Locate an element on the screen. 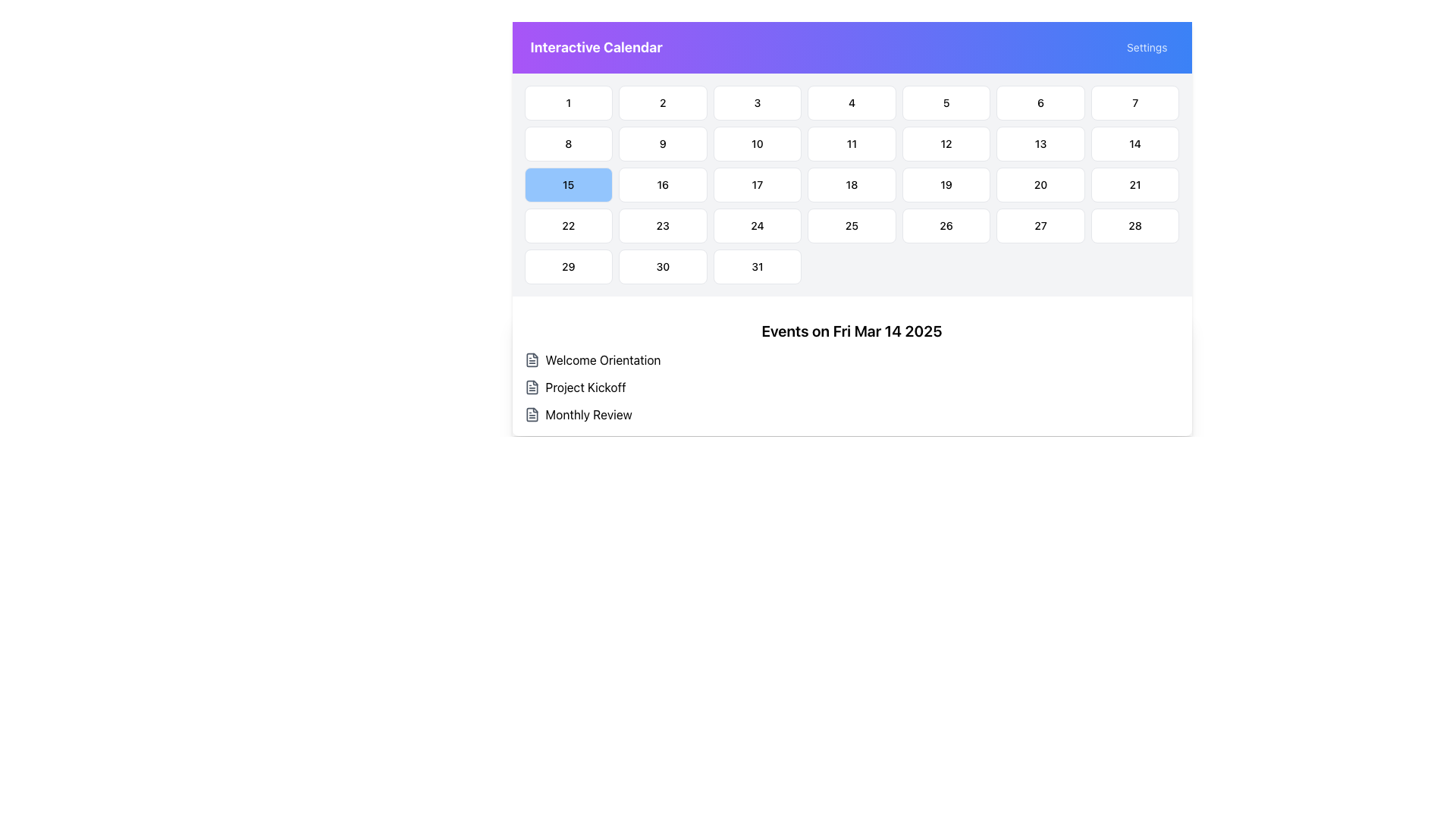 This screenshot has height=819, width=1456. the calendar day cell displaying the number '16', which is located in the 3rd row and 2nd column of the calendar grid is located at coordinates (663, 184).